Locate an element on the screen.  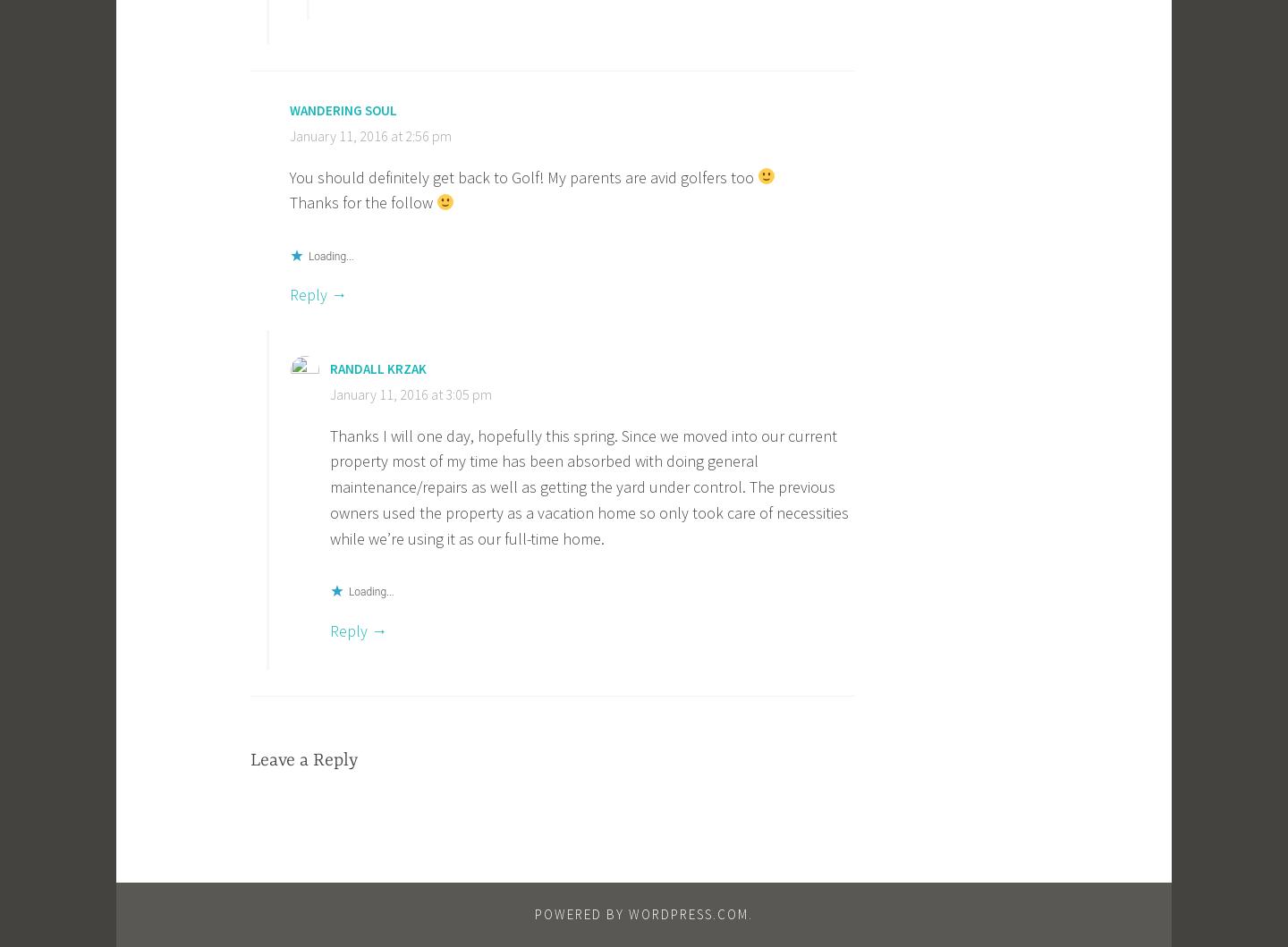
'January 11, 2016 at 2:56 pm' is located at coordinates (290, 134).